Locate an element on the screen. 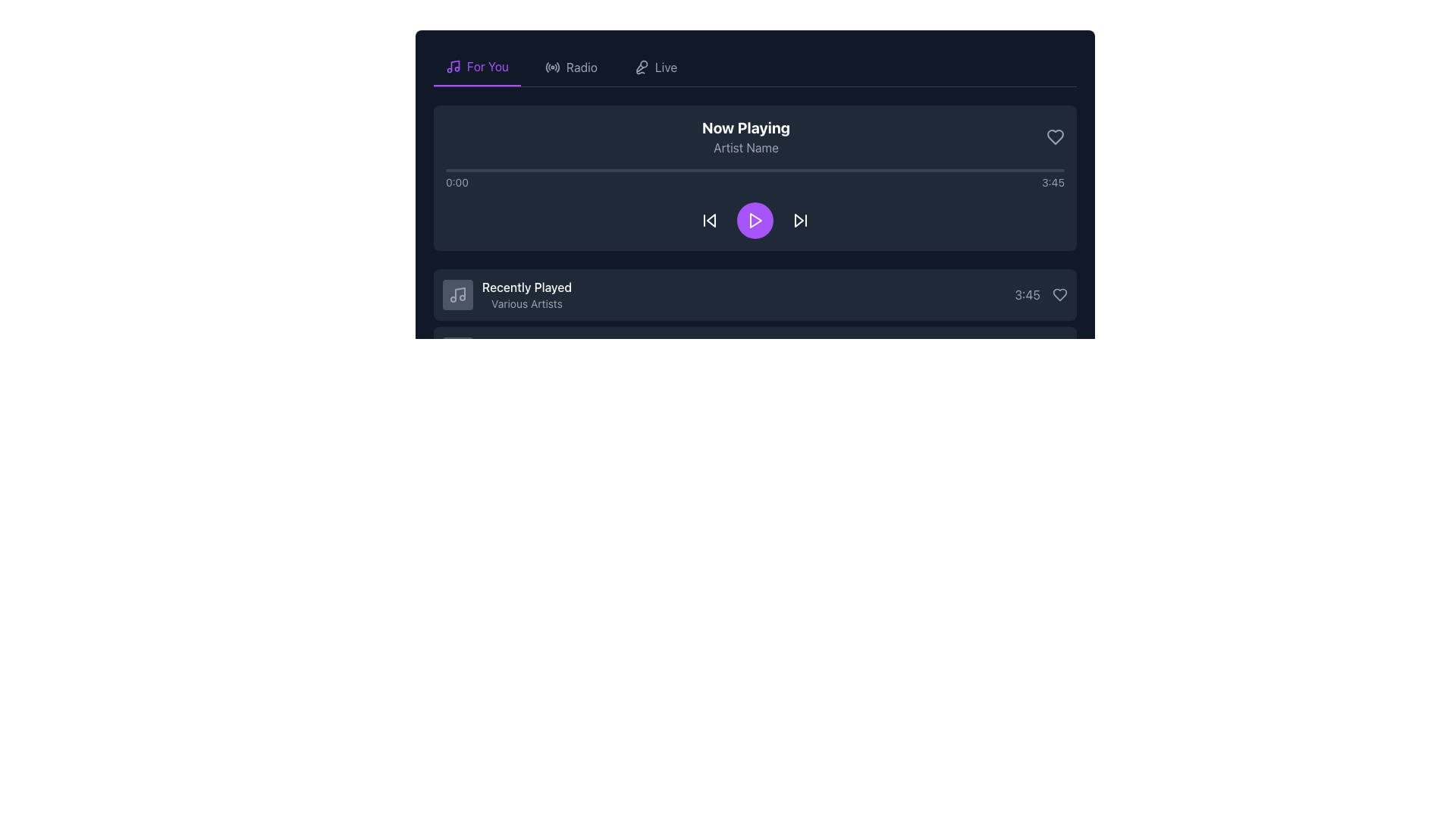 This screenshot has height=819, width=1456. the heart-shaped icon button located at the top-right corner of the 'Now Playing' section to mark it as favorite is located at coordinates (1055, 137).